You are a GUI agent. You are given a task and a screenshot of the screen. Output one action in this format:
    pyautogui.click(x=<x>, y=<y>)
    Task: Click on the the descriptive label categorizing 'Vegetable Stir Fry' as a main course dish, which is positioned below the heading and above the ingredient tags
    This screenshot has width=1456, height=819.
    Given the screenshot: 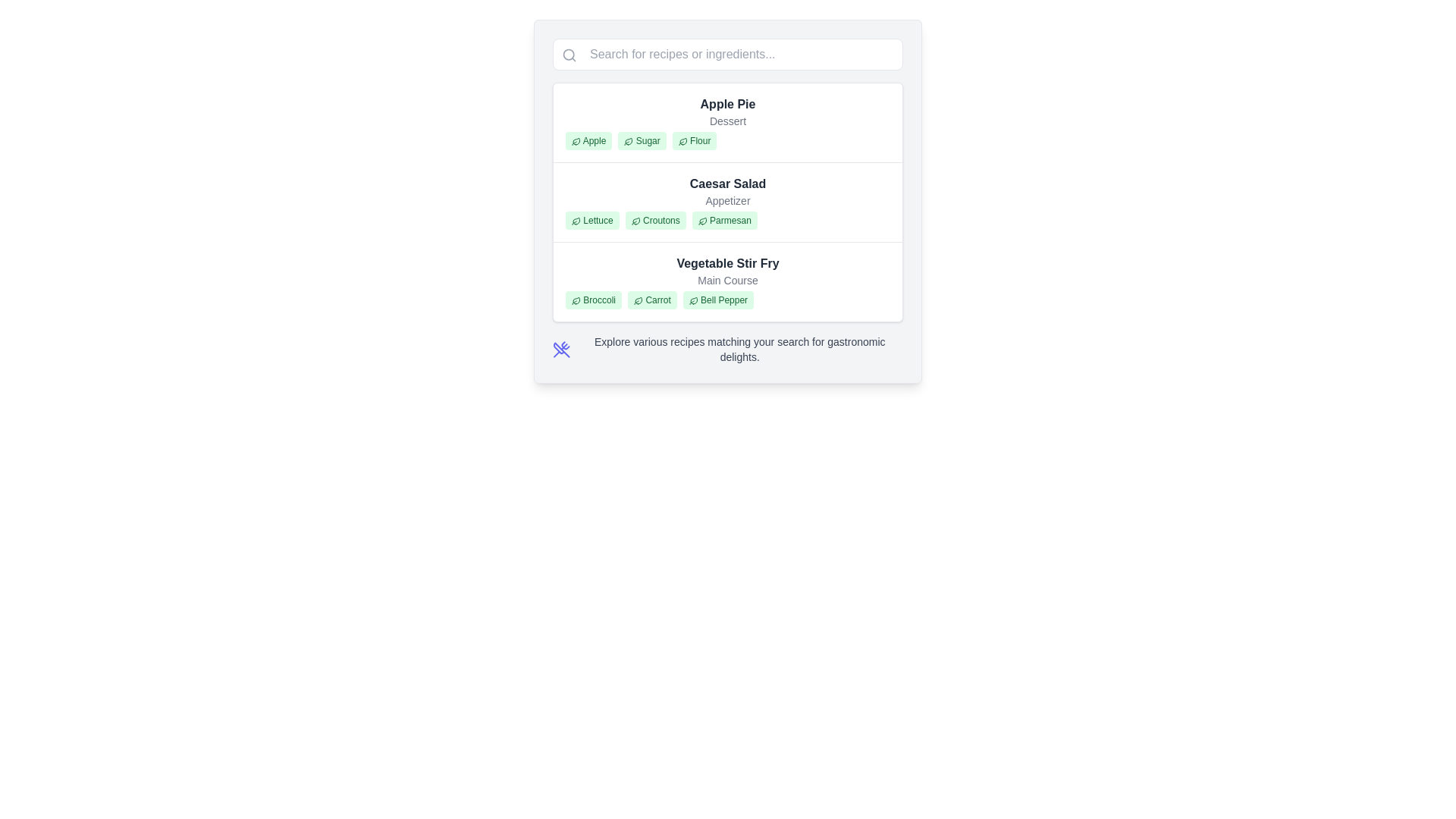 What is the action you would take?
    pyautogui.click(x=728, y=281)
    